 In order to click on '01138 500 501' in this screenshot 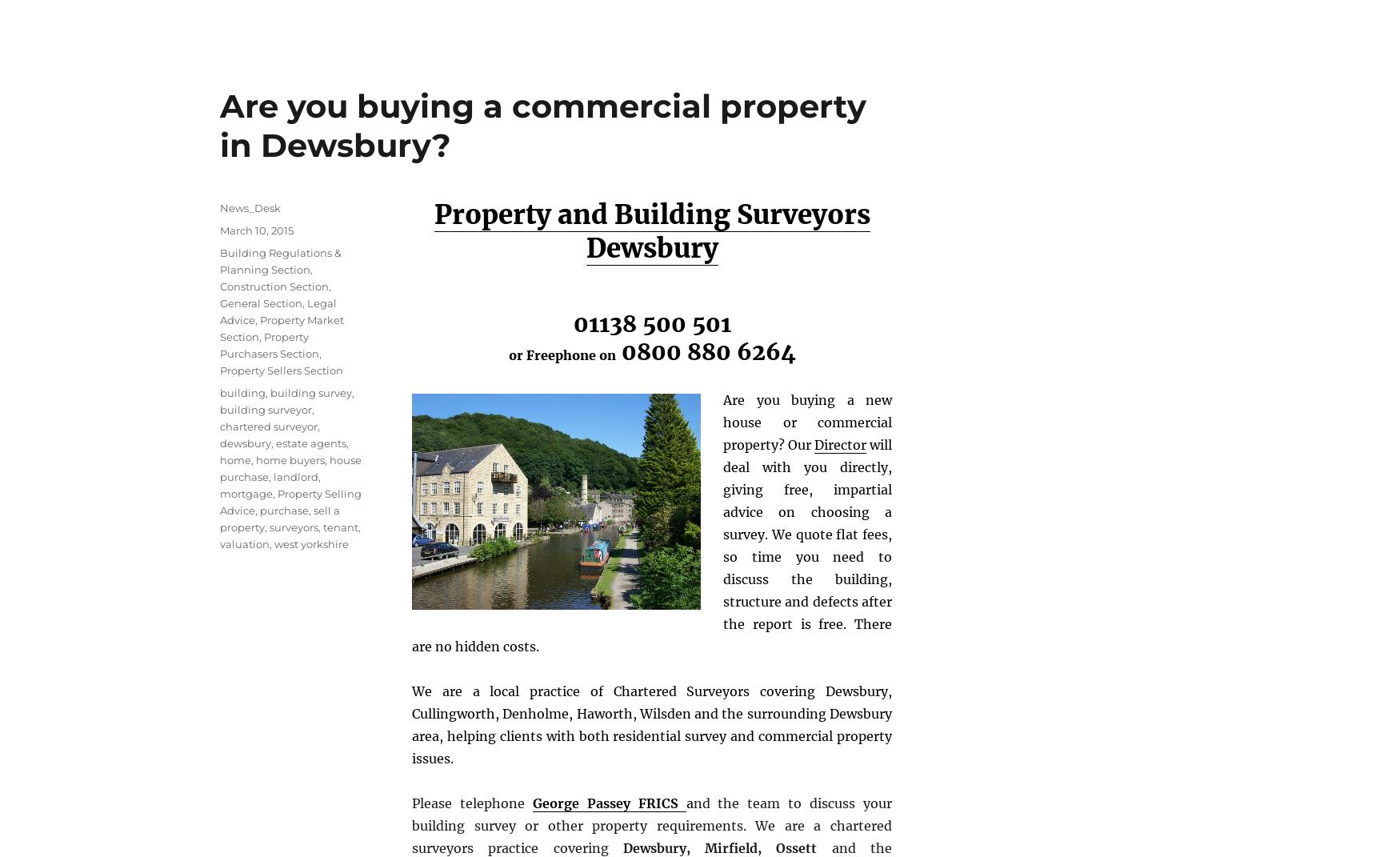, I will do `click(651, 322)`.